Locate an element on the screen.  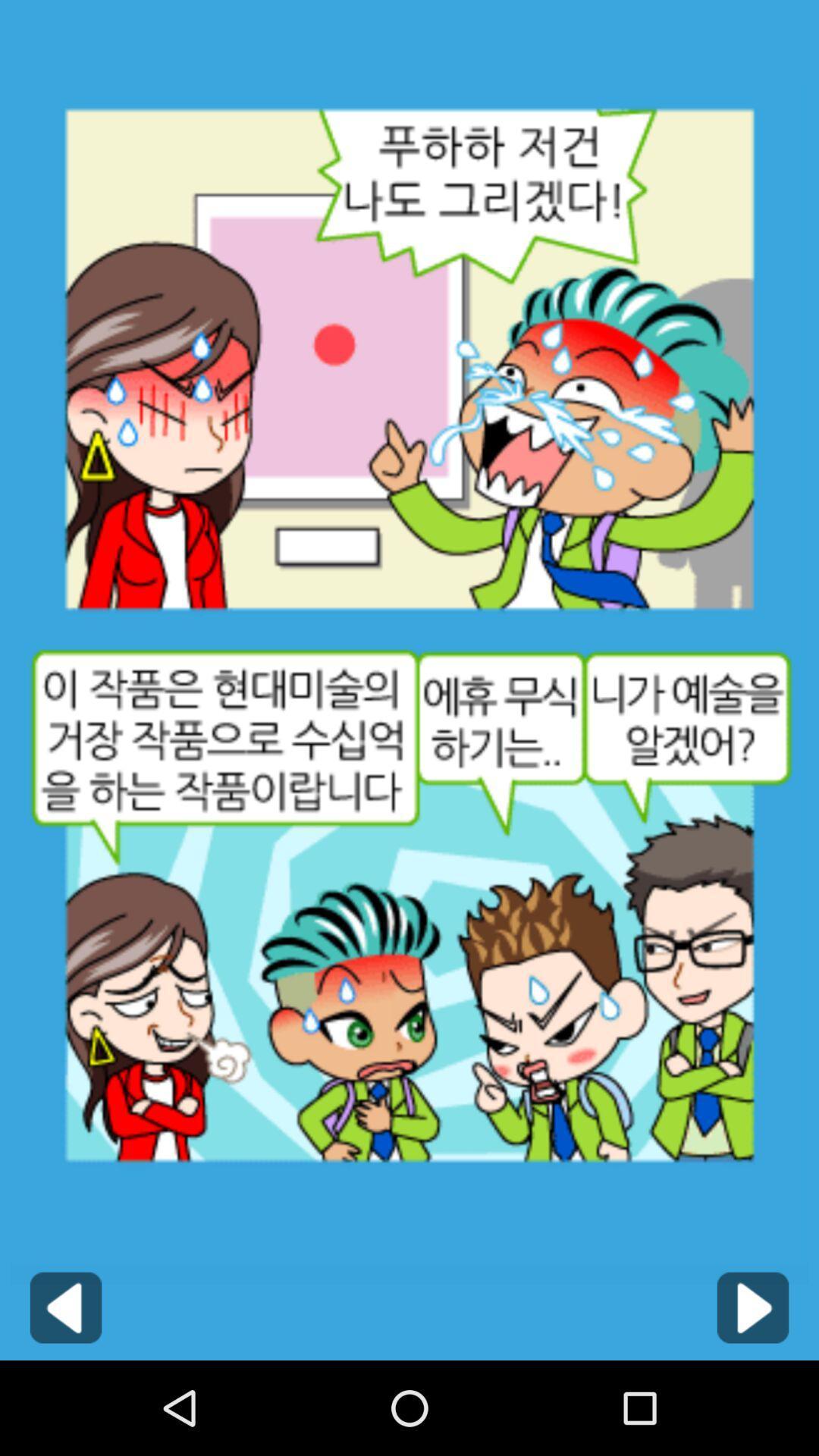
the play icon is located at coordinates (752, 1398).